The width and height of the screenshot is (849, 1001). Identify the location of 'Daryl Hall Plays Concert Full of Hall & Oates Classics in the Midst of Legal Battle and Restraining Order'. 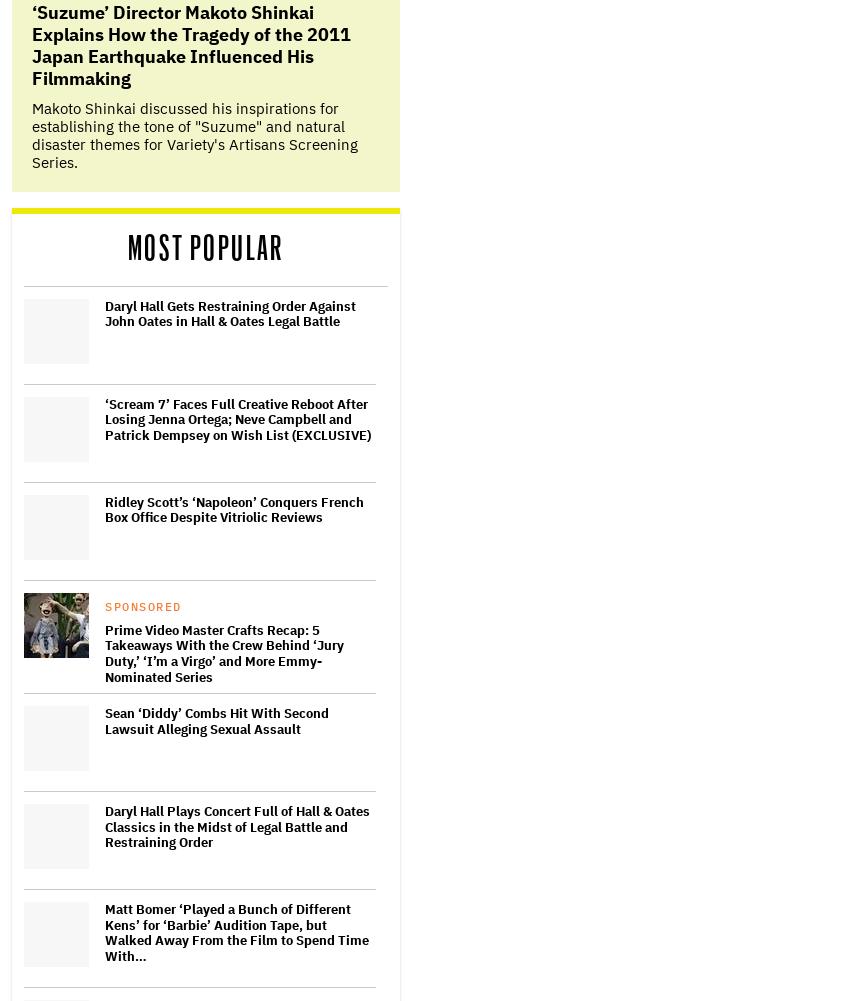
(237, 826).